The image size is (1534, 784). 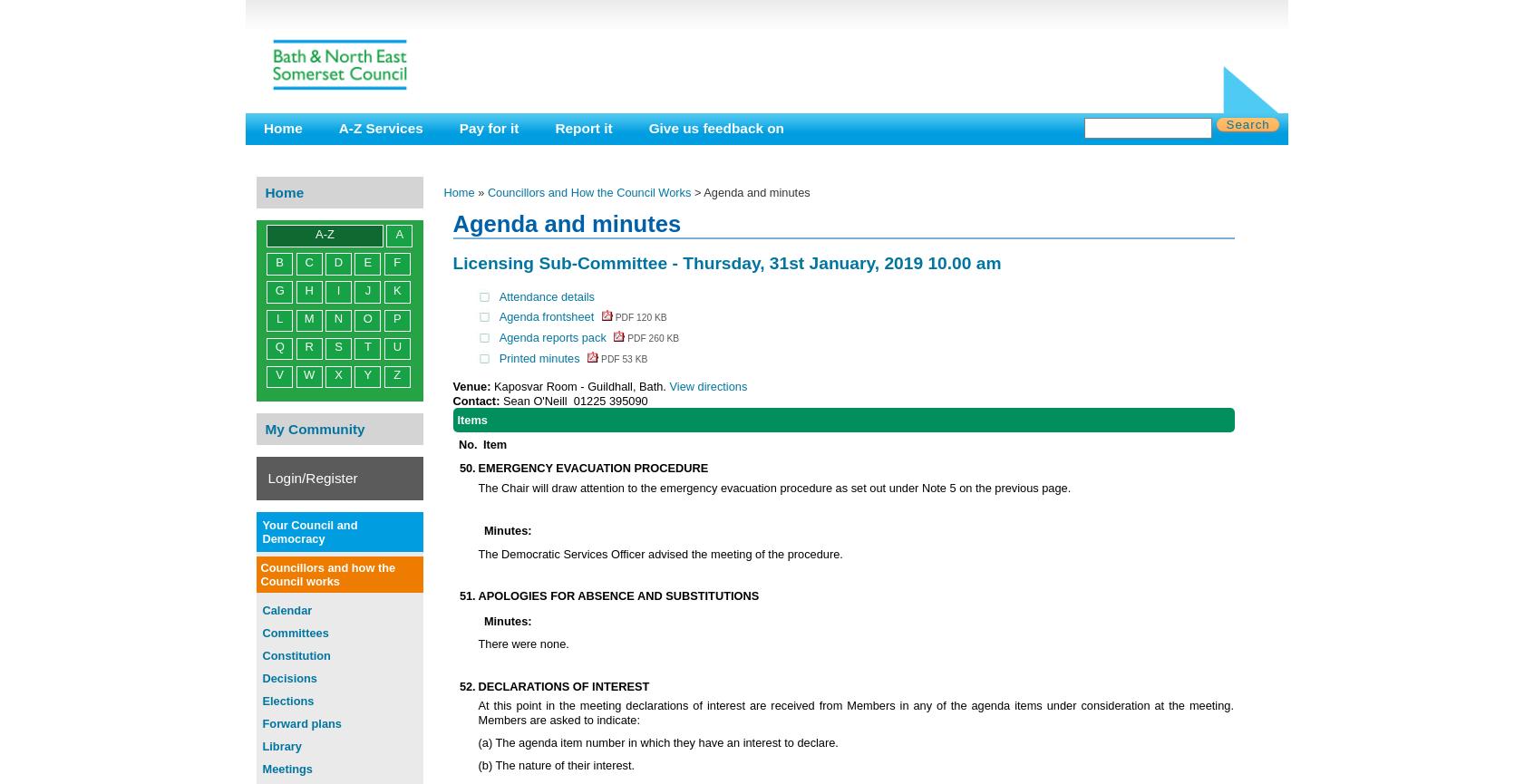 I want to click on '(b) The nature of their interest.', so click(x=555, y=764).